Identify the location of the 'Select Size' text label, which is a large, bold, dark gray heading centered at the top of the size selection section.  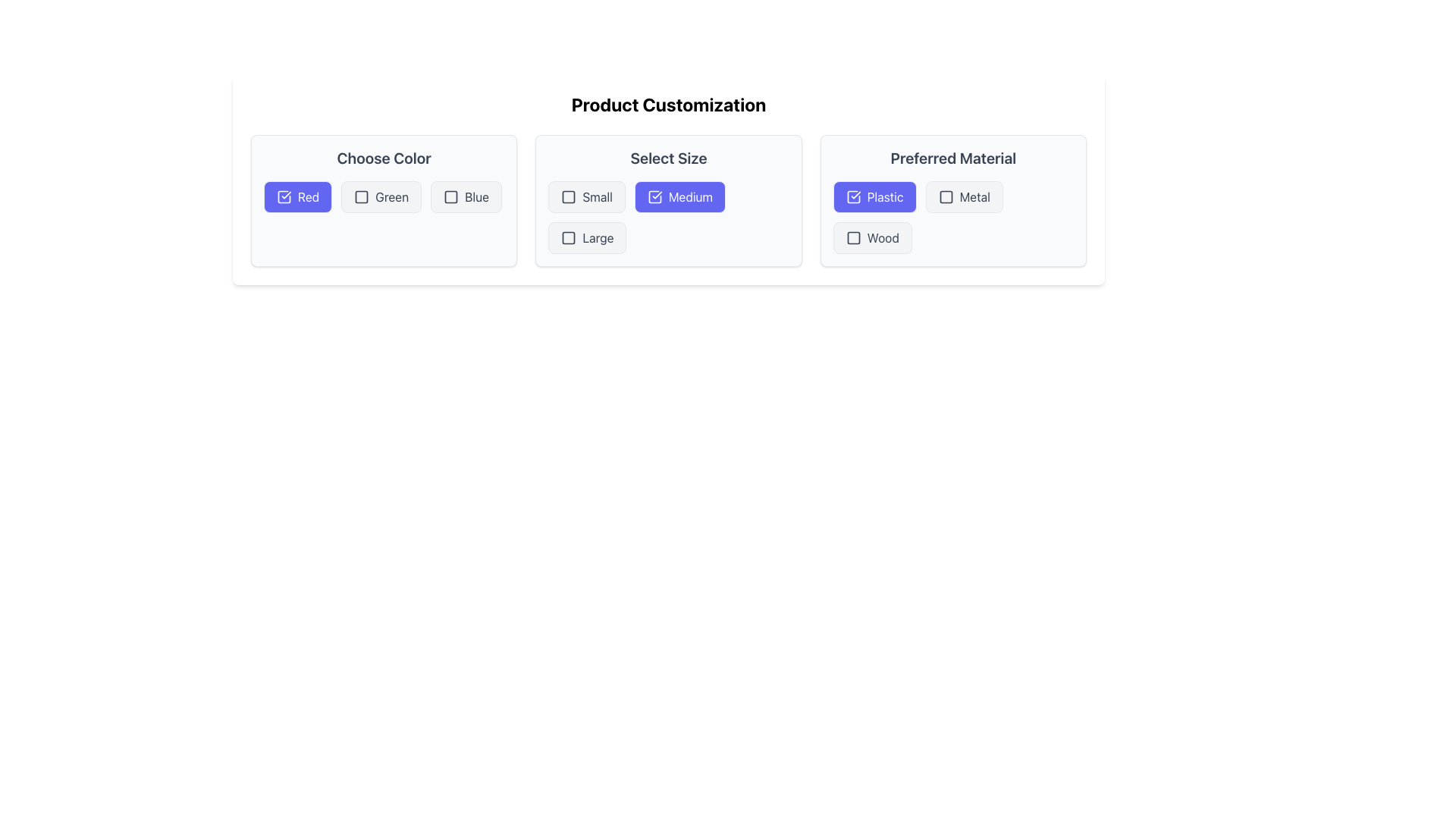
(668, 158).